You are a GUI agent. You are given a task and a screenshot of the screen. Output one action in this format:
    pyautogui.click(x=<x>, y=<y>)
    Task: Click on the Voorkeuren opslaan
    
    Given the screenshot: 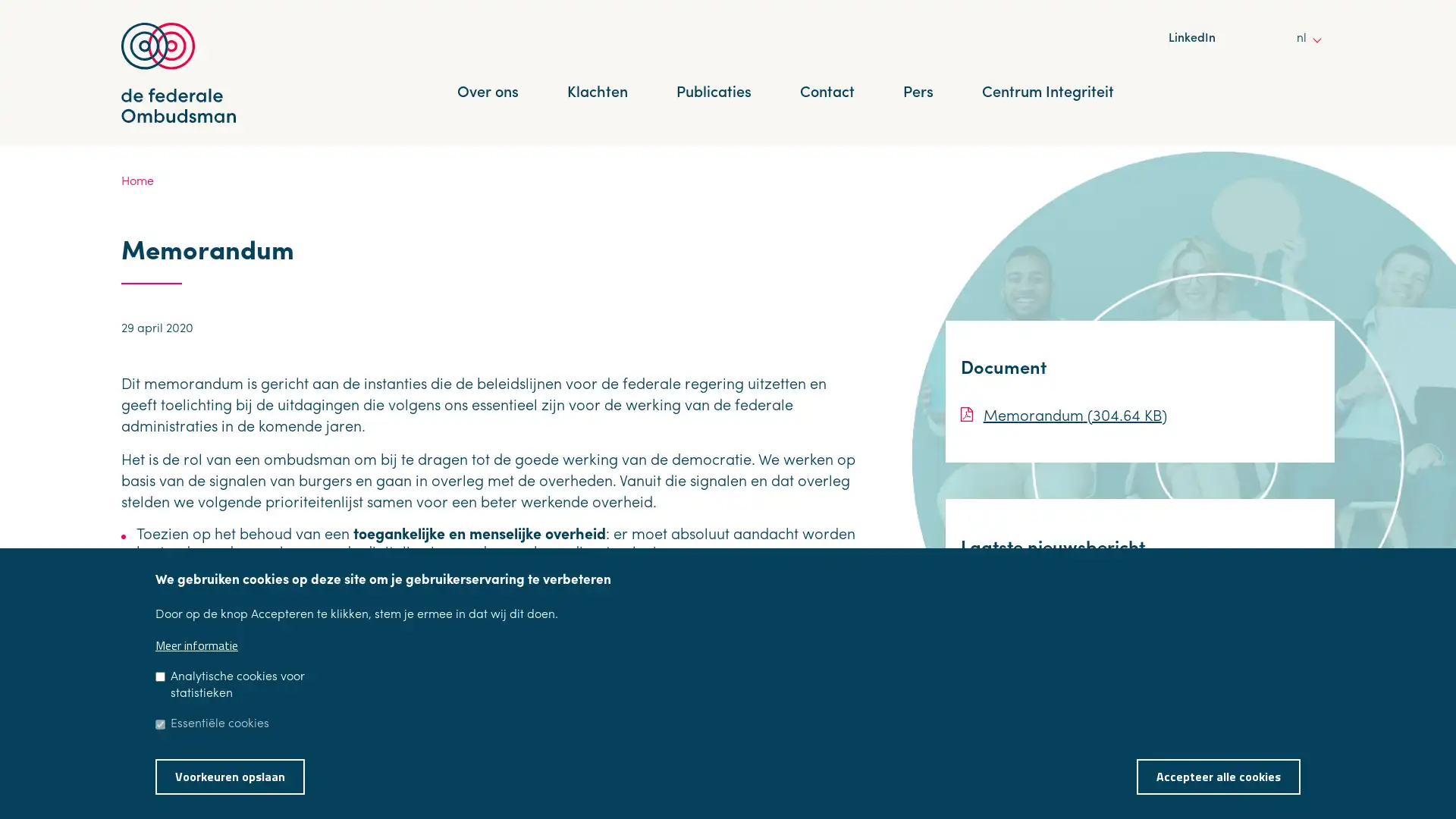 What is the action you would take?
    pyautogui.click(x=229, y=776)
    